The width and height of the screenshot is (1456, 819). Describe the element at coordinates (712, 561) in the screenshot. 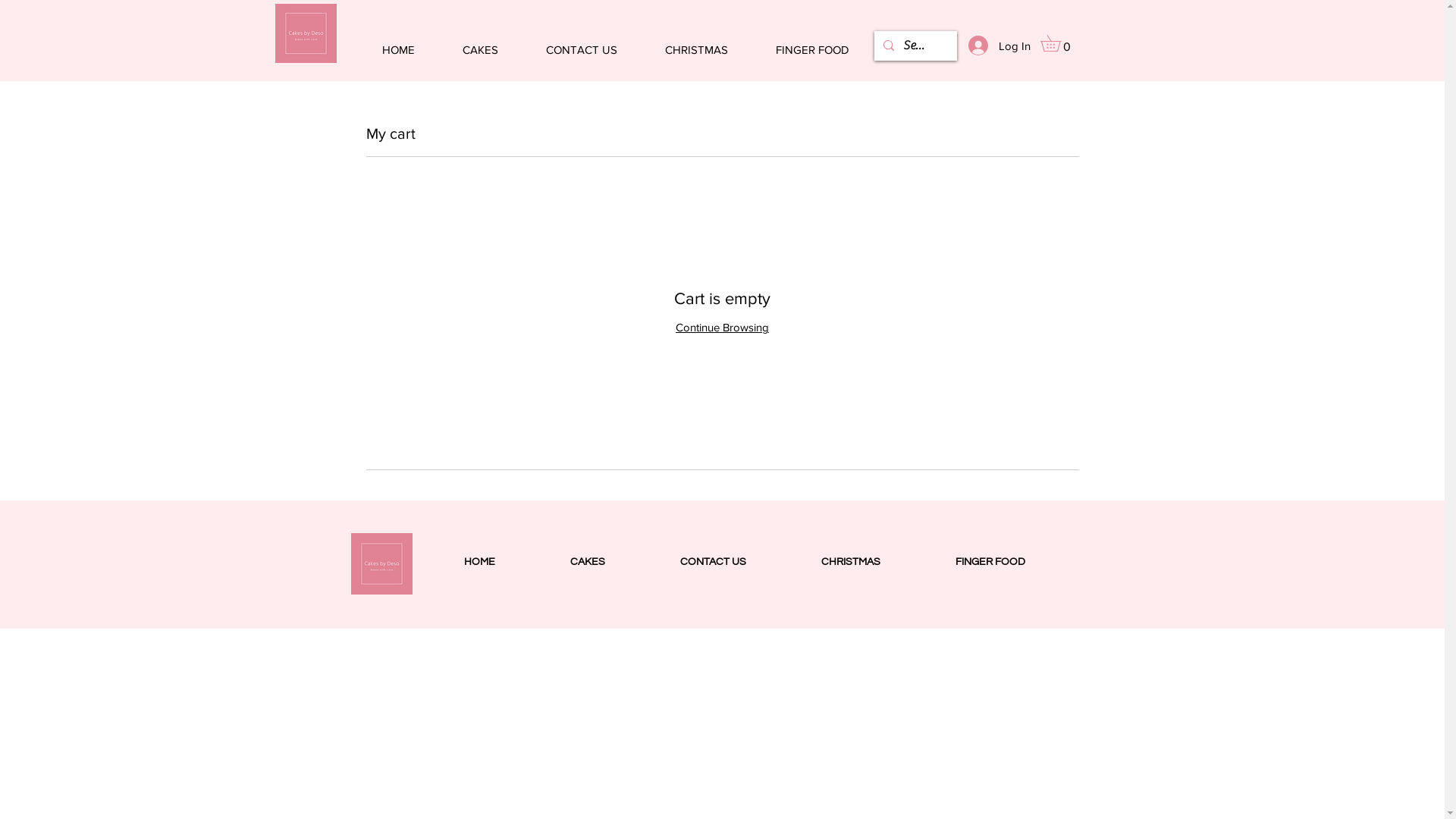

I see `'CONTACT US'` at that location.